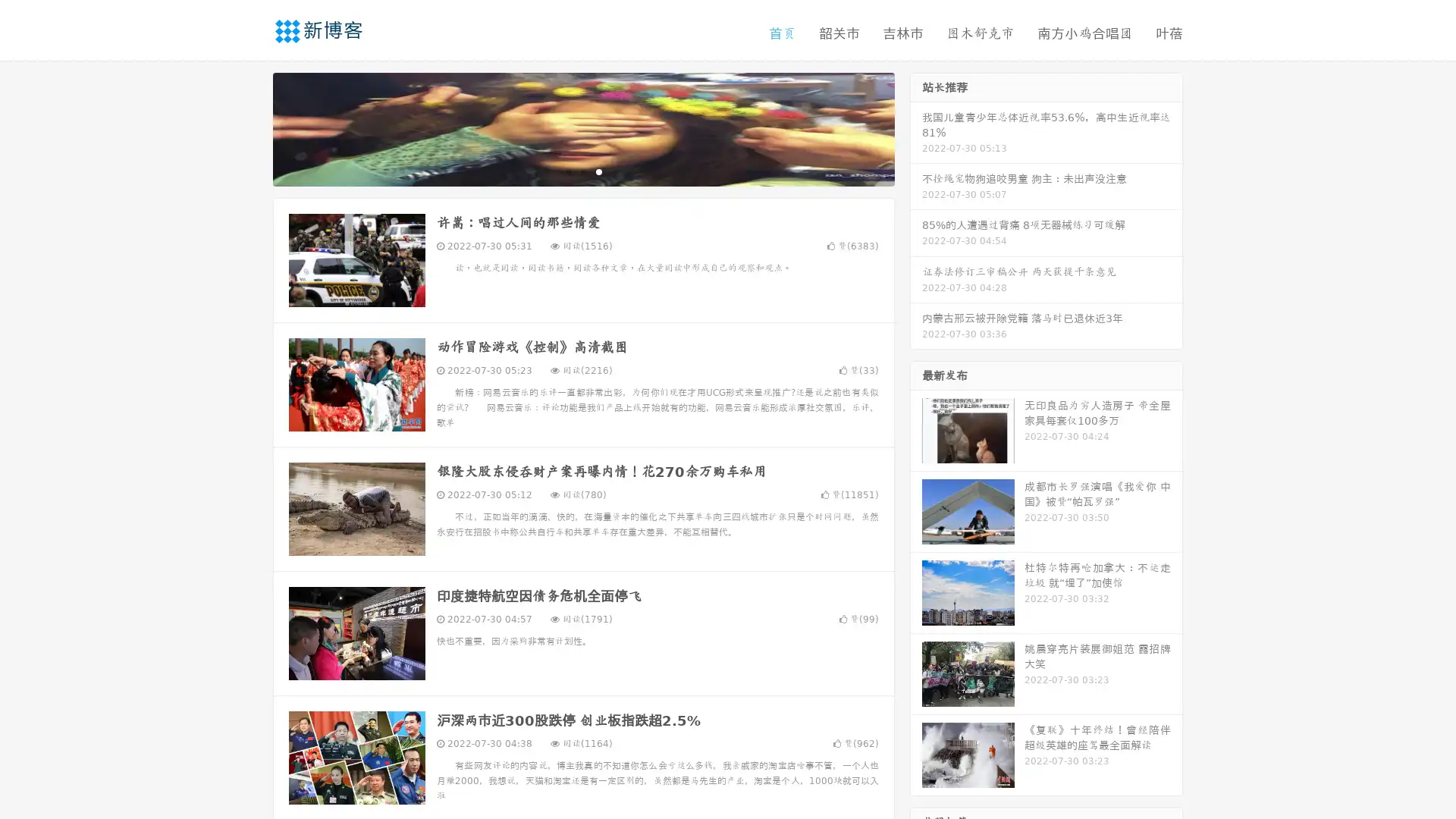 Image resolution: width=1456 pixels, height=819 pixels. I want to click on Go to slide 1, so click(567, 171).